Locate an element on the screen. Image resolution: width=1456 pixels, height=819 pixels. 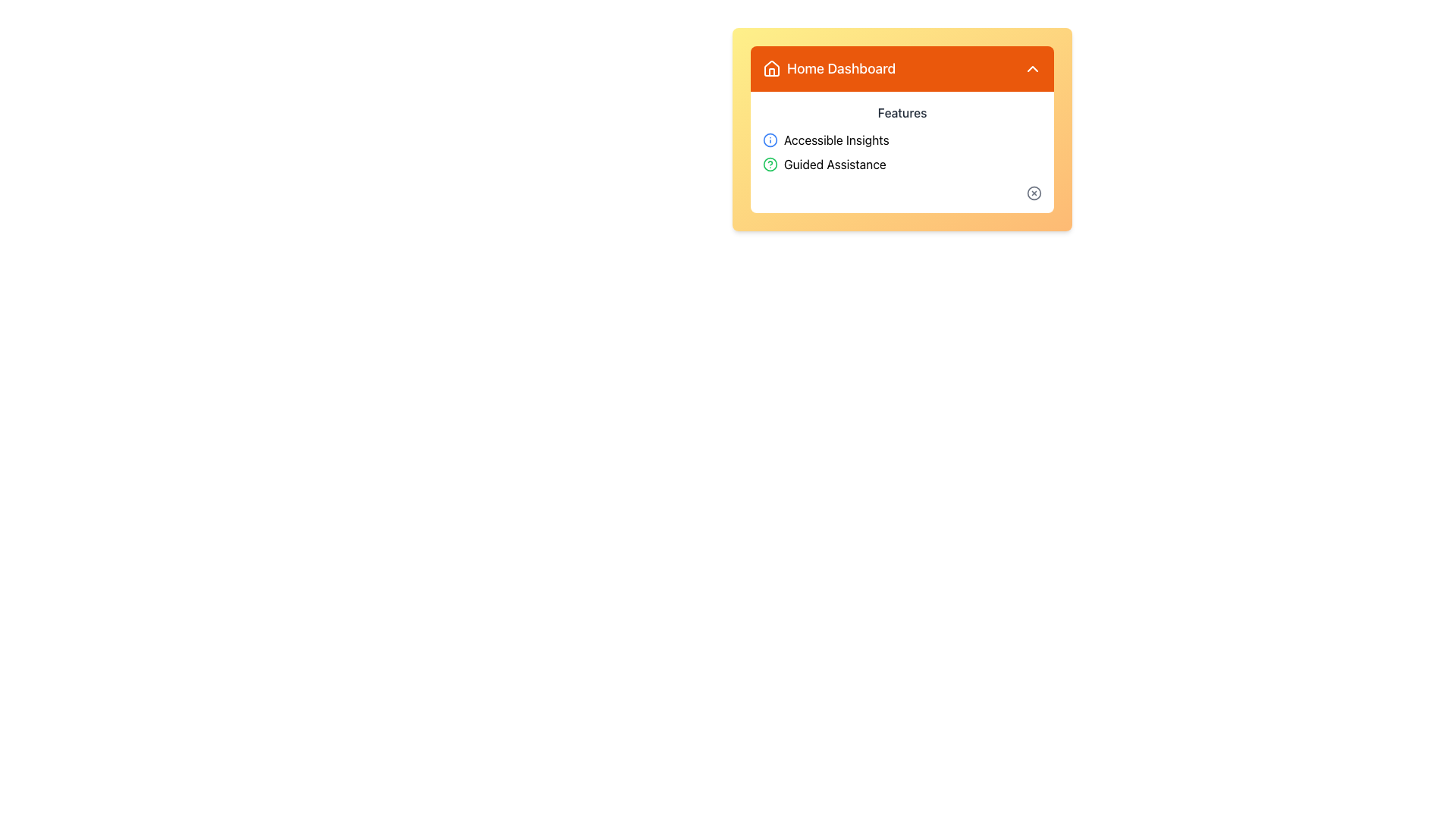
the text label 'Accessible Insights' under the 'Features' section is located at coordinates (836, 140).